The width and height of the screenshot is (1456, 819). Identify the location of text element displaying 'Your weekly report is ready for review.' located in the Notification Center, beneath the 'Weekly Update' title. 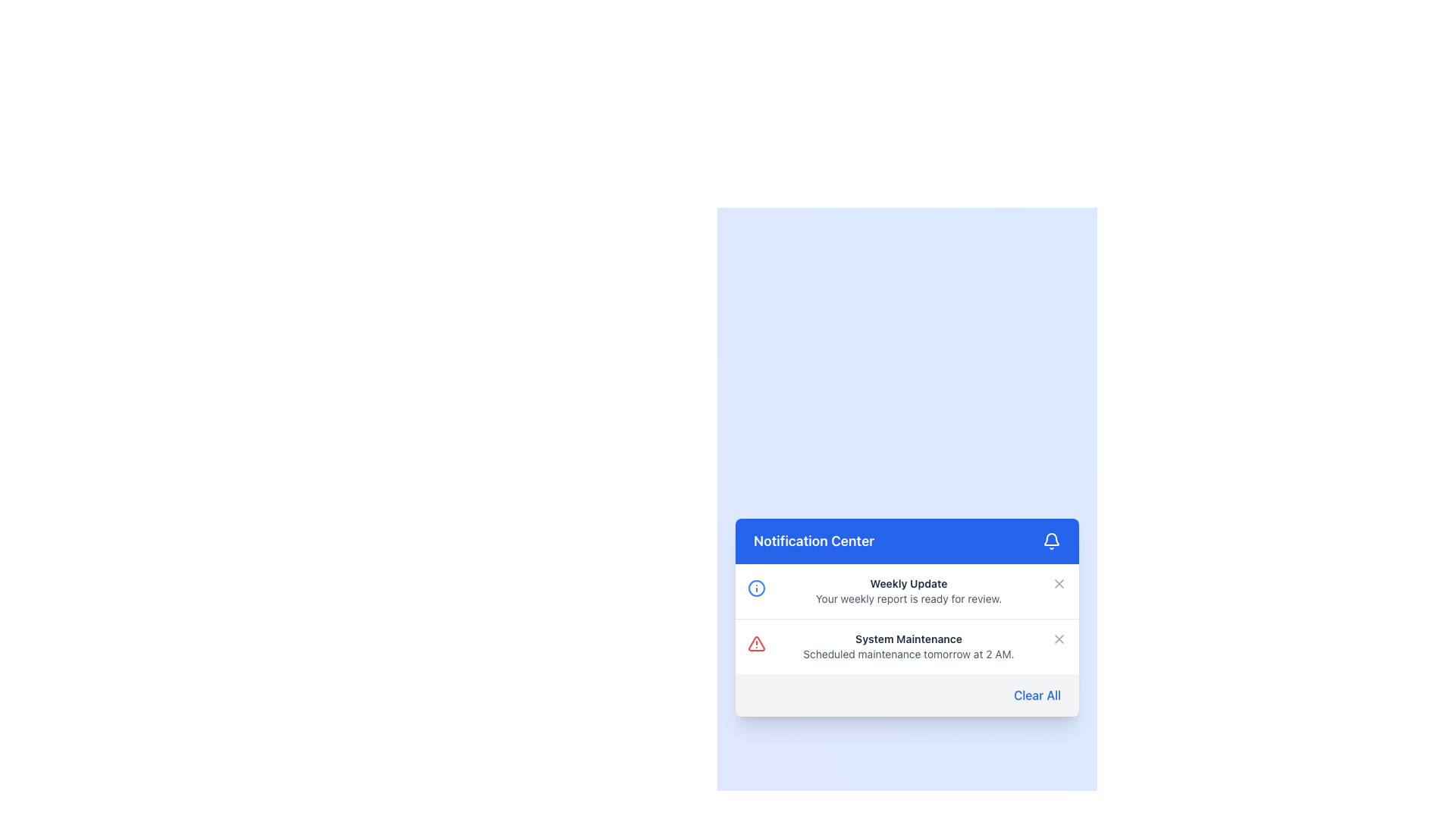
(908, 598).